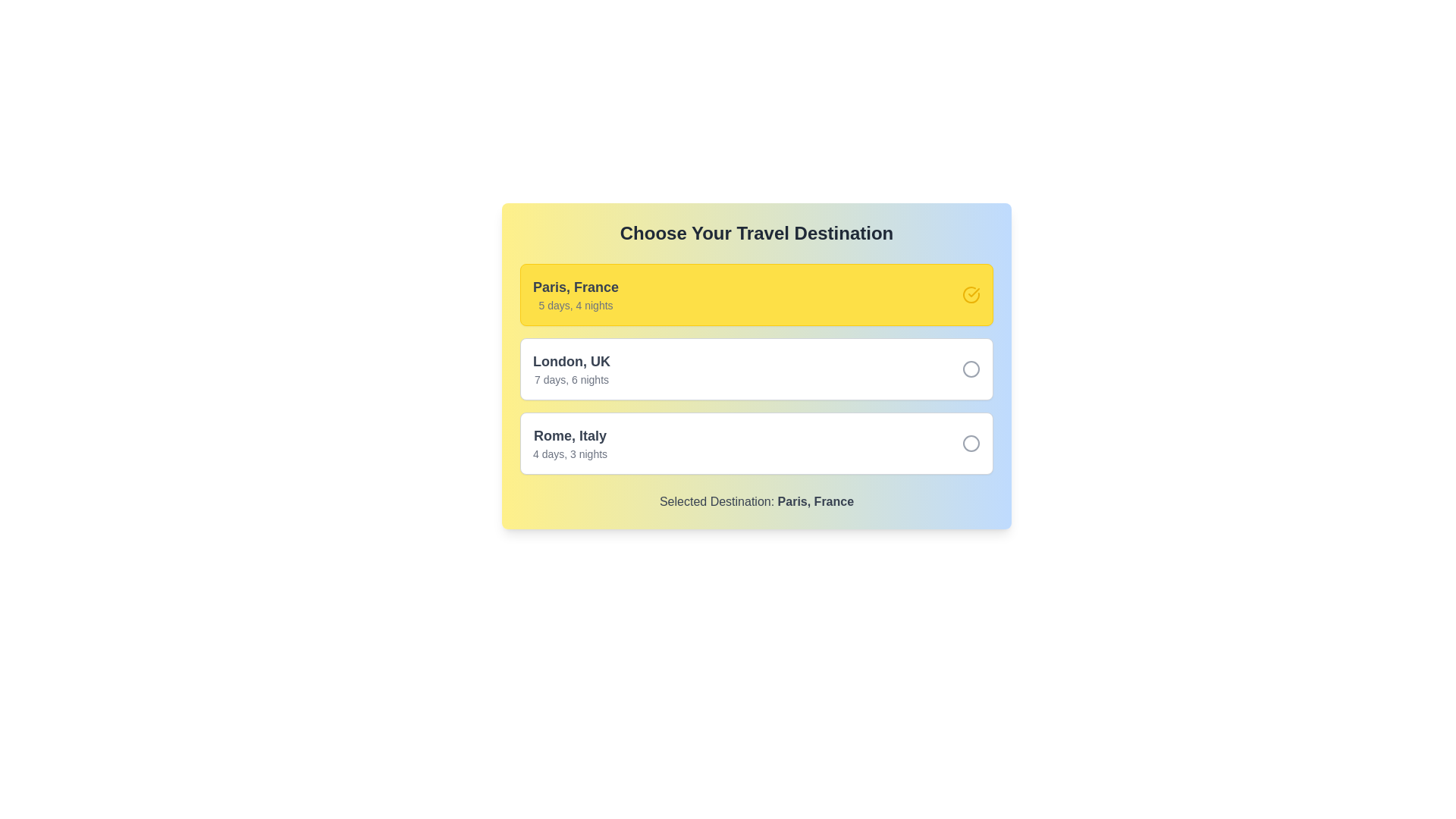  I want to click on the text display component that shows 'Paris, France', so click(575, 295).